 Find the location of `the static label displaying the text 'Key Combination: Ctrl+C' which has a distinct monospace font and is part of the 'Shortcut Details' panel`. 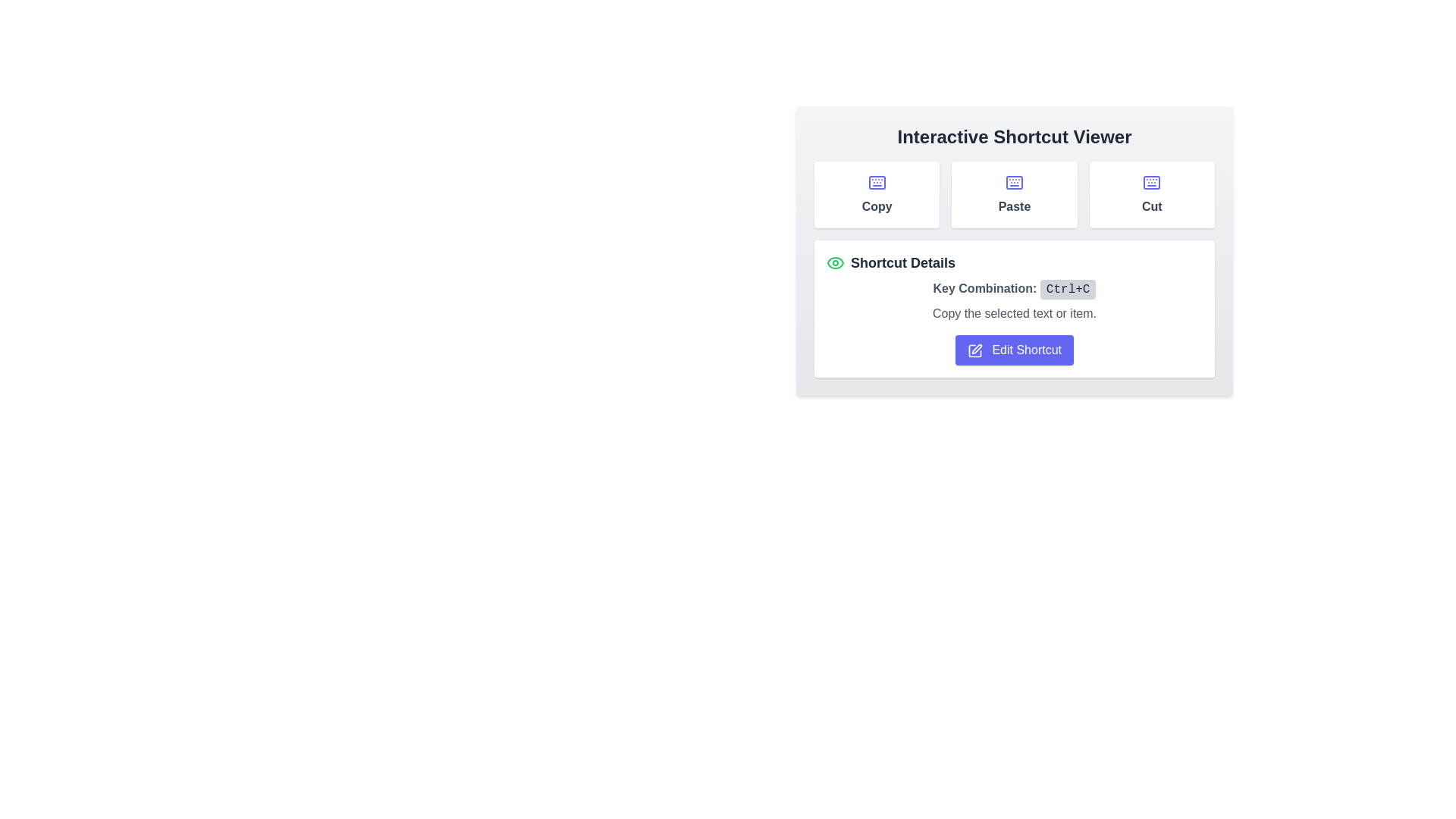

the static label displaying the text 'Key Combination: Ctrl+C' which has a distinct monospace font and is part of the 'Shortcut Details' panel is located at coordinates (1015, 289).